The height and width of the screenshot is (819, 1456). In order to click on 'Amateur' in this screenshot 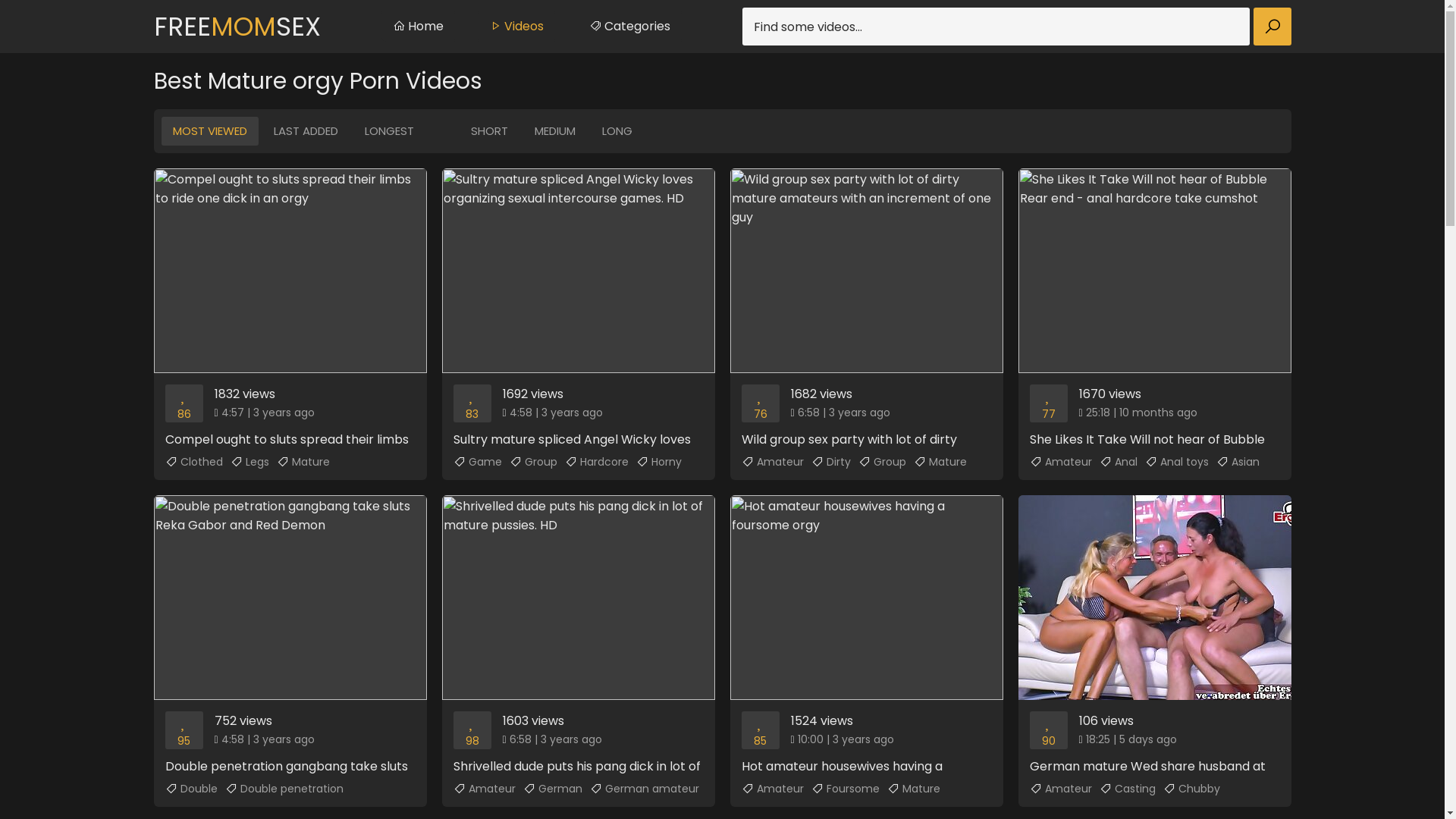, I will do `click(772, 461)`.